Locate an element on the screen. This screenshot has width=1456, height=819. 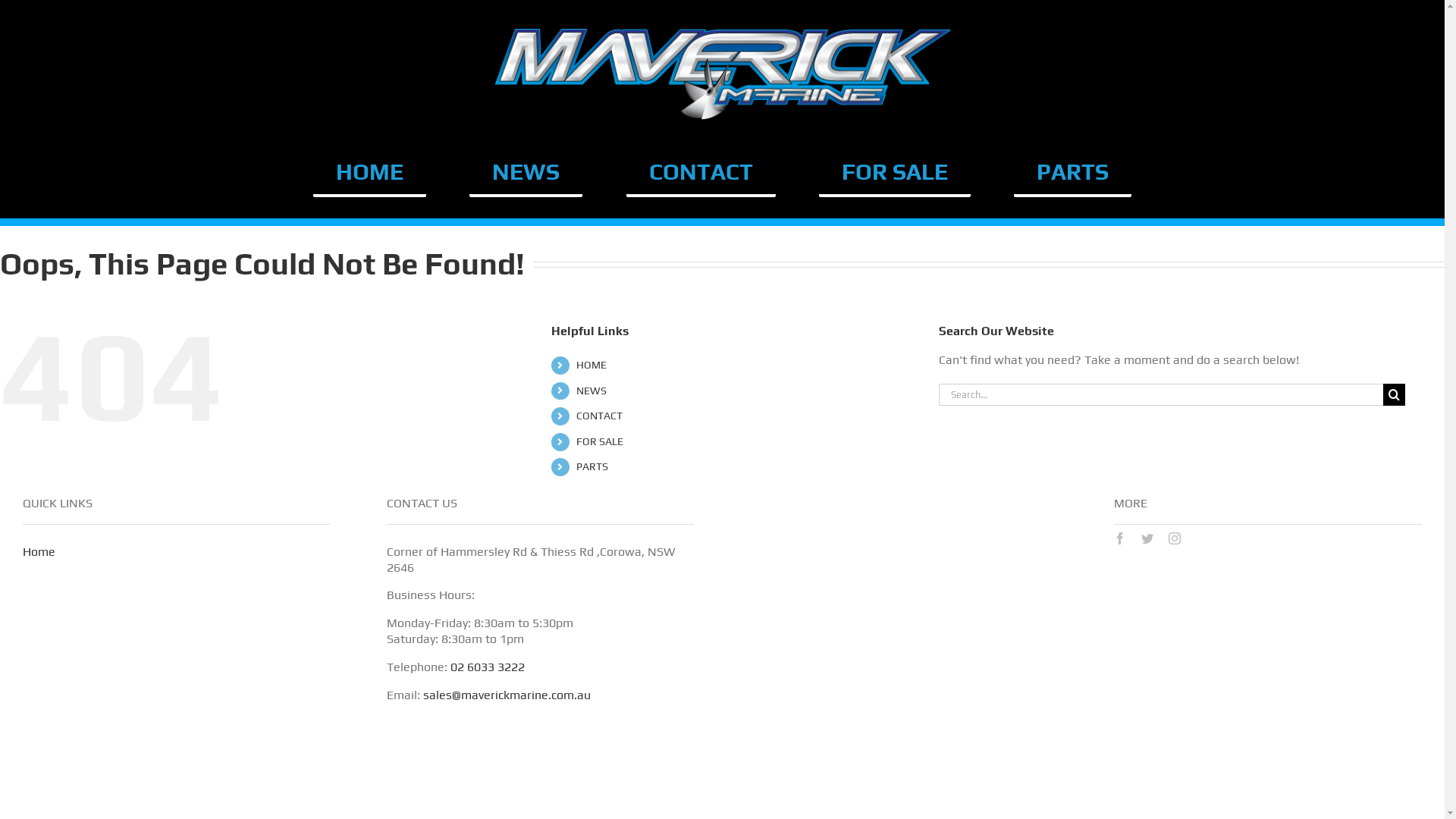
'PARTS' is located at coordinates (591, 465).